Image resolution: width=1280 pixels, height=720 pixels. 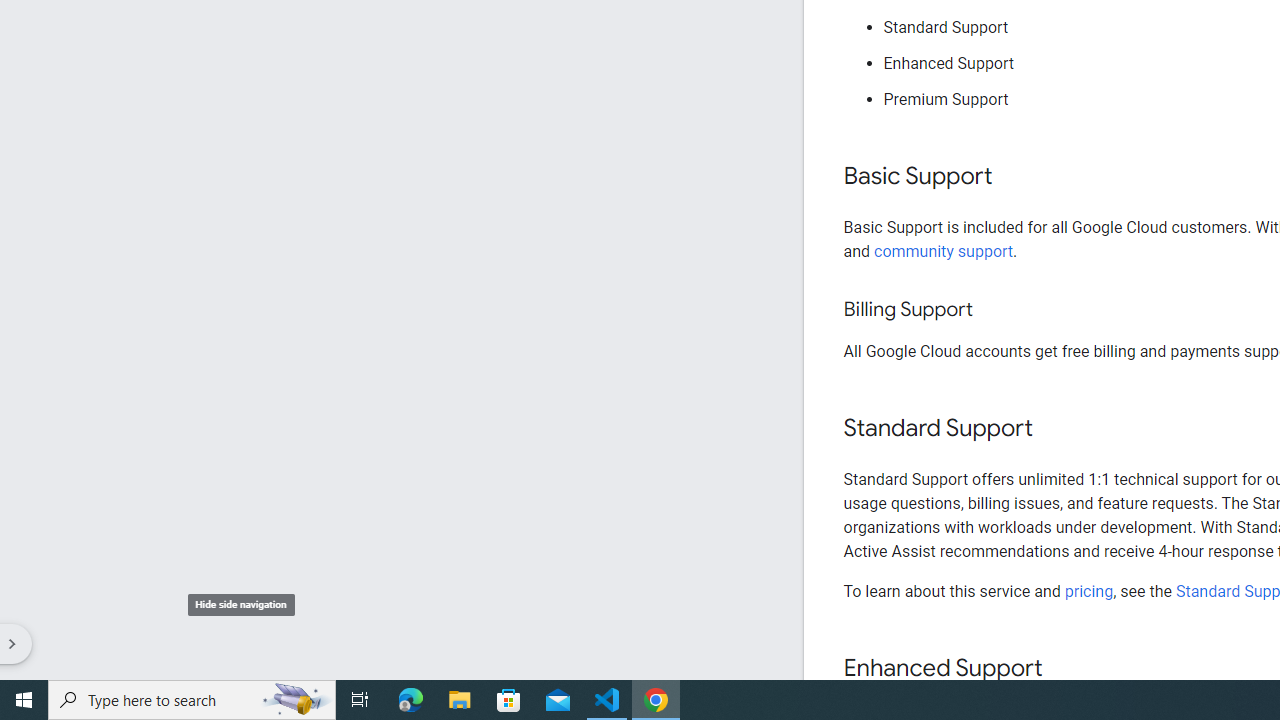 I want to click on 'community support', so click(x=943, y=250).